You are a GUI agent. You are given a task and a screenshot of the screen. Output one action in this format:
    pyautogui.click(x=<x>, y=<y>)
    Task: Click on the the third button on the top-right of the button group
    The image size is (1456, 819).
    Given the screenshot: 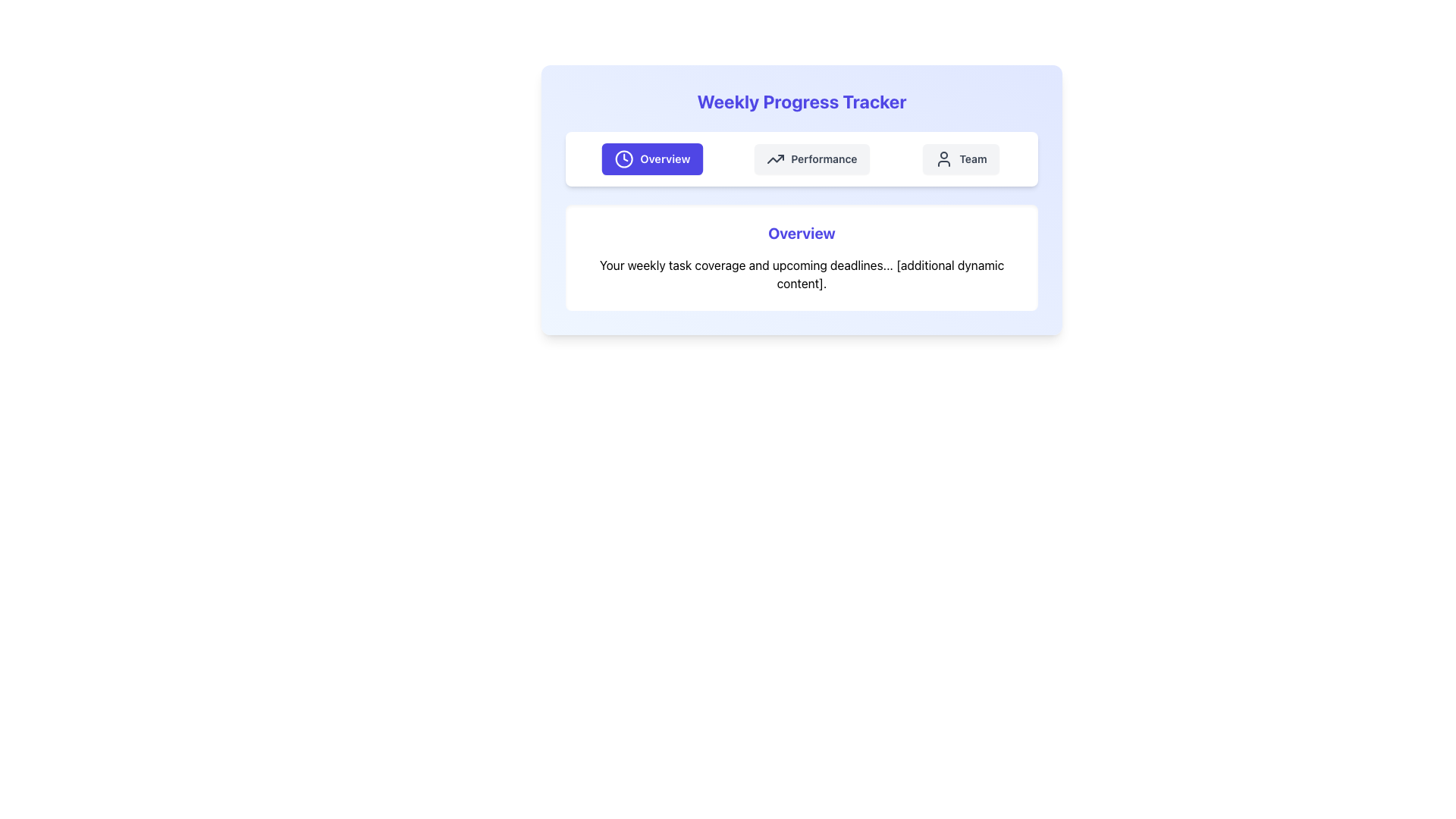 What is the action you would take?
    pyautogui.click(x=960, y=158)
    